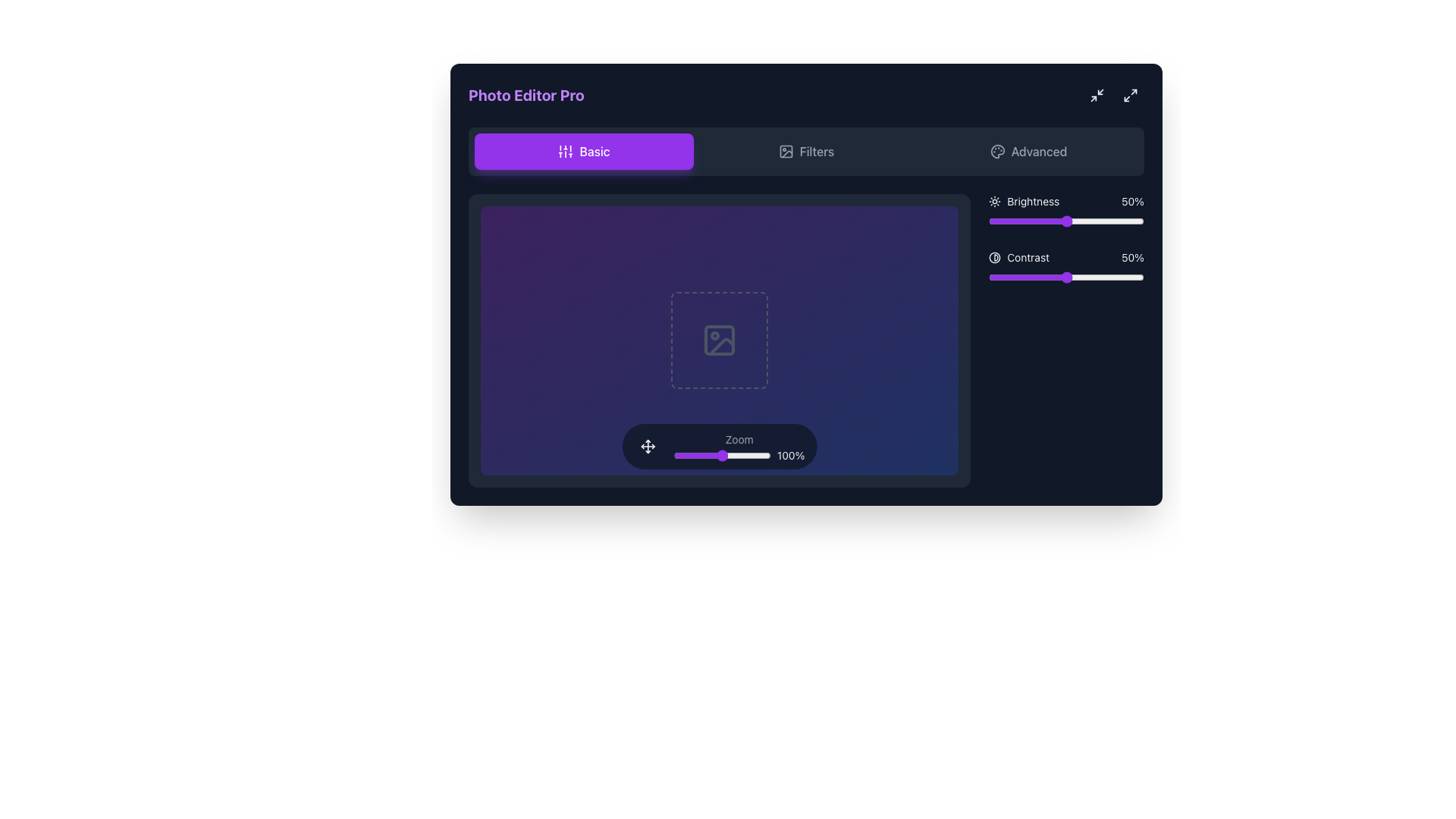 This screenshot has height=819, width=1456. Describe the element at coordinates (694, 454) in the screenshot. I see `the zoom level` at that location.